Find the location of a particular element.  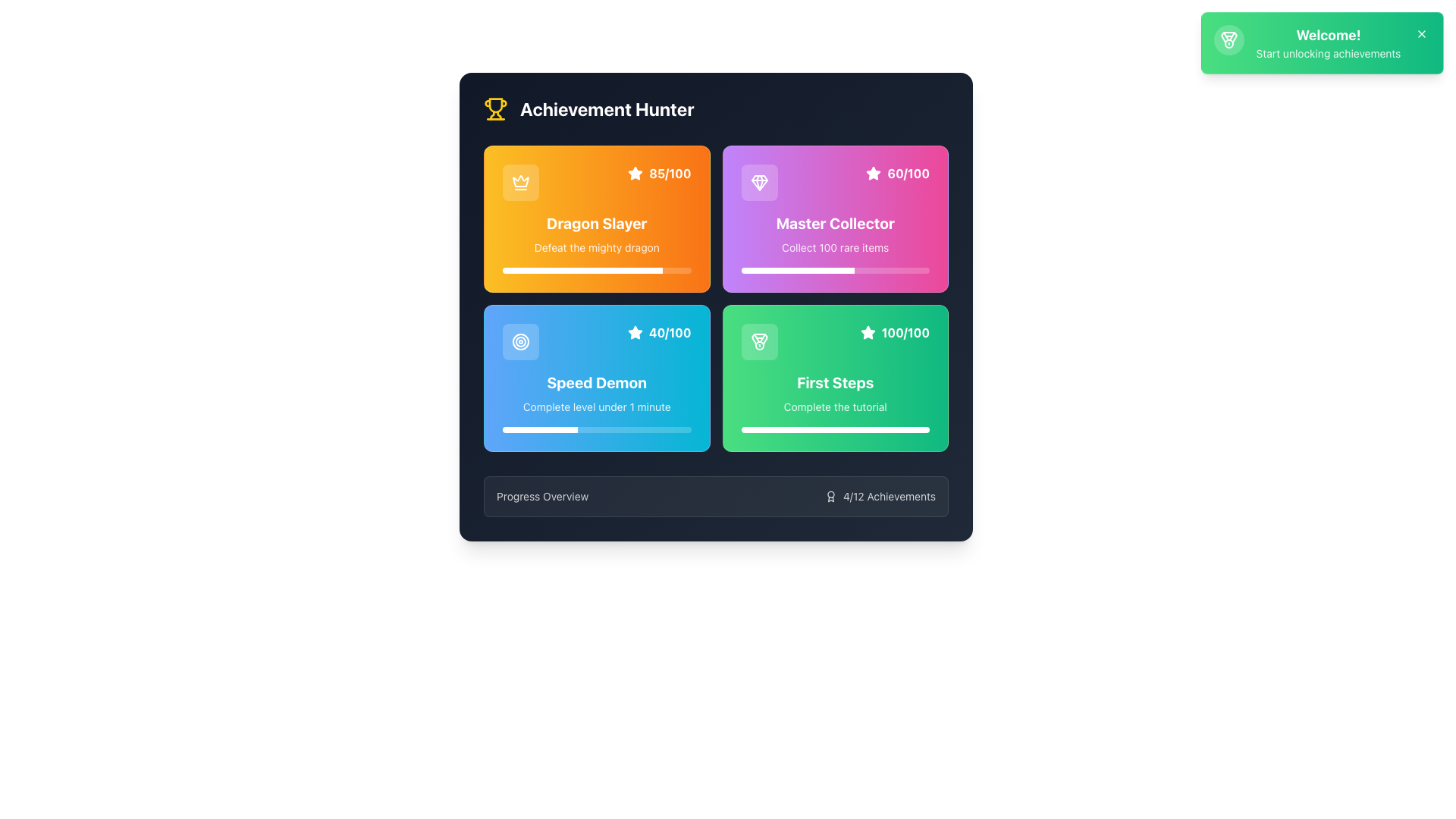

the progress indicator text label showing '60 out of 100' for the 'Master Collector' achievement is located at coordinates (908, 172).